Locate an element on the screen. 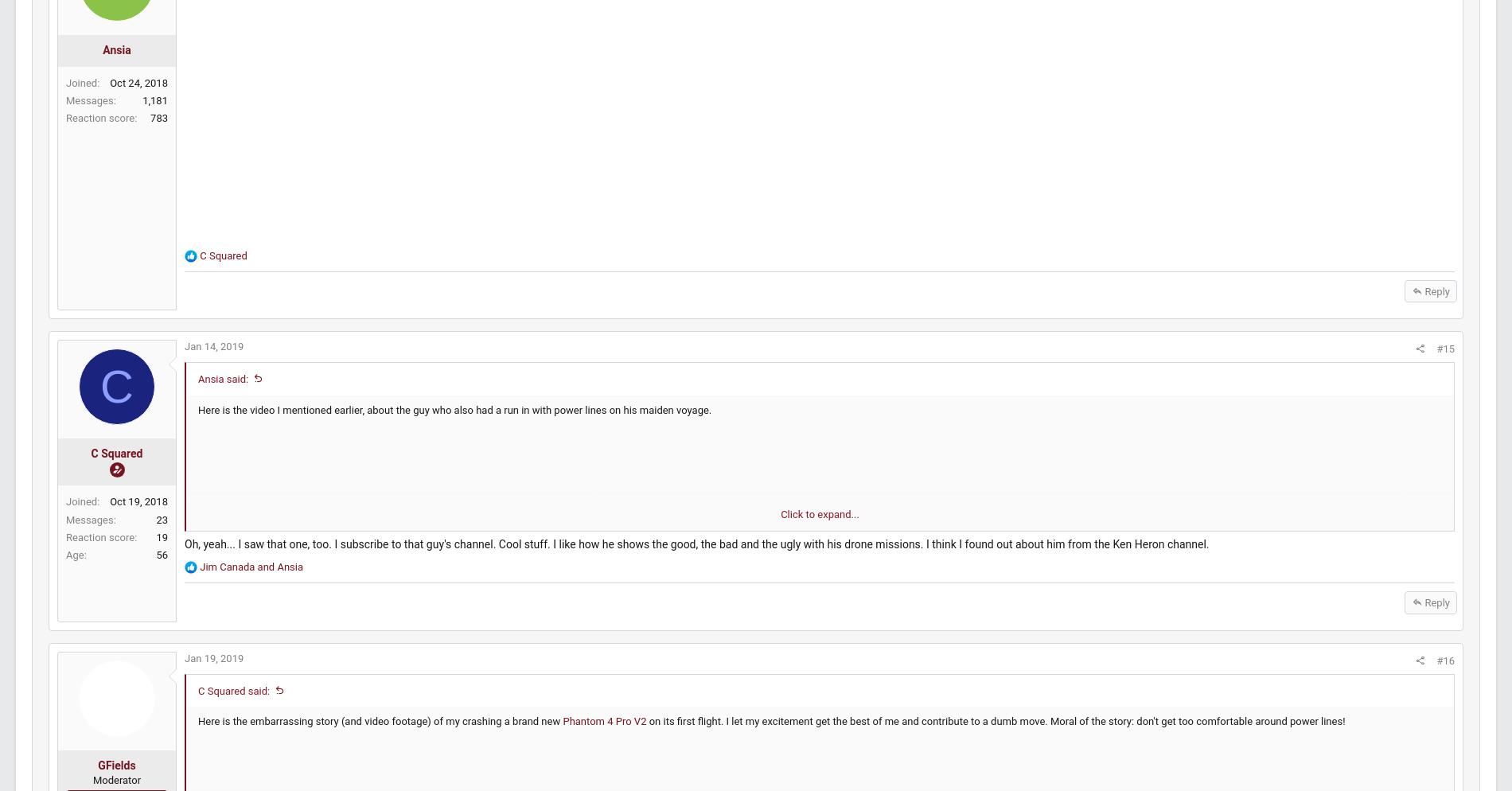 The image size is (1512, 791). 'Here is the embarrassing story (and video footage) of my crashing a brand new' is located at coordinates (417, 752).